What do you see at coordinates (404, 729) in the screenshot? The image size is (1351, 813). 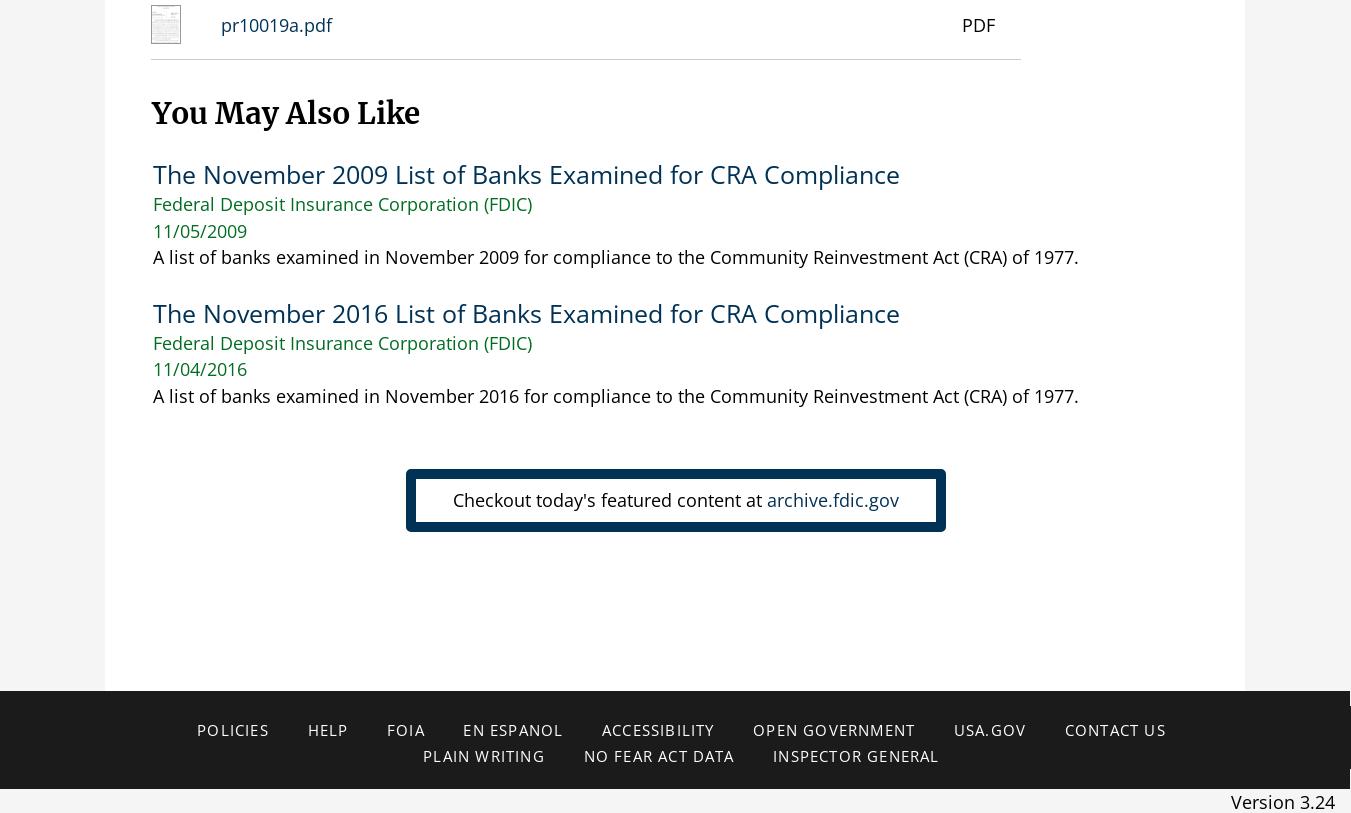 I see `'FOIA'` at bounding box center [404, 729].